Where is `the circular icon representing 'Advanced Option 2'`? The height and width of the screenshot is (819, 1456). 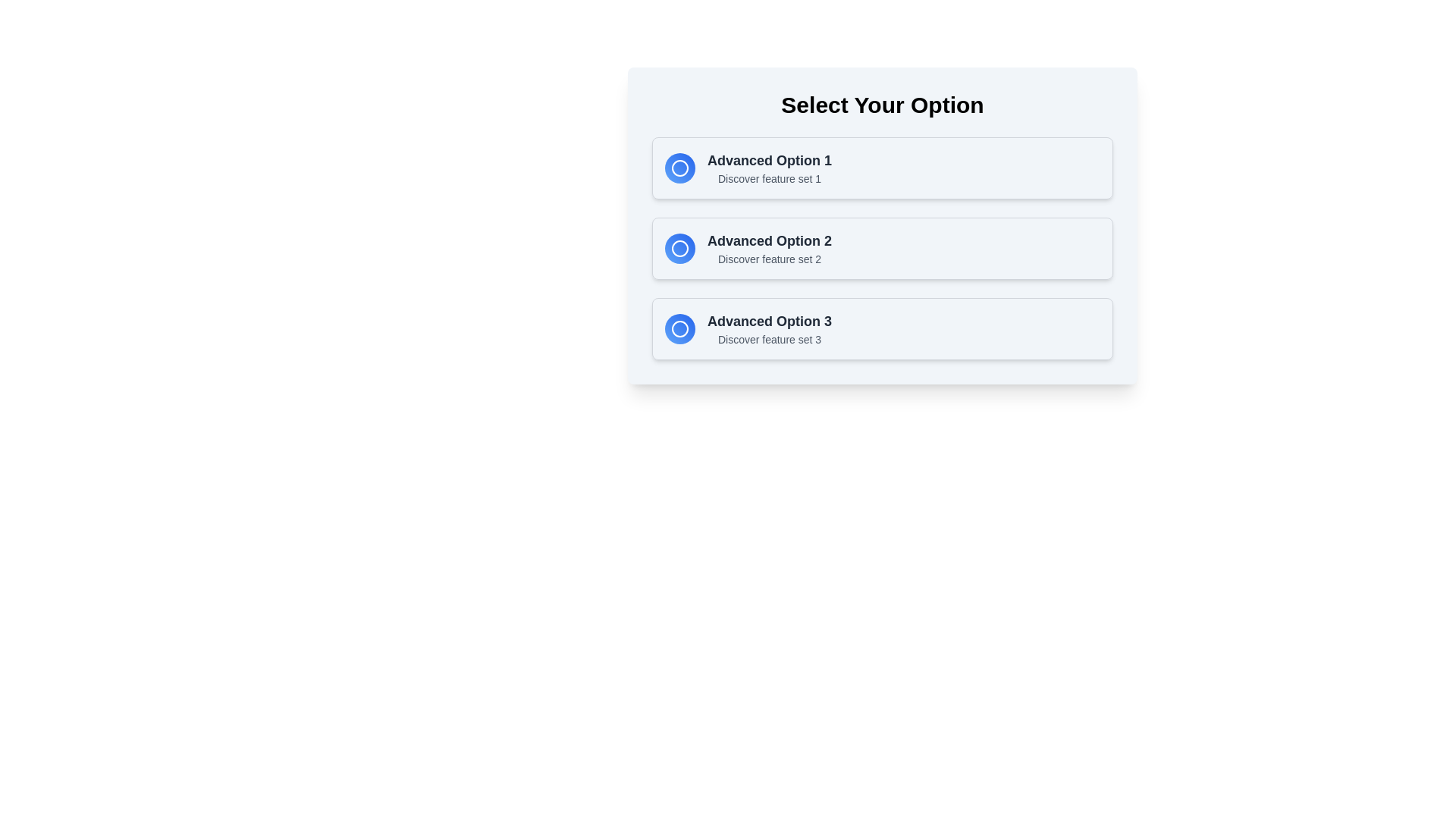 the circular icon representing 'Advanced Option 2' is located at coordinates (679, 247).